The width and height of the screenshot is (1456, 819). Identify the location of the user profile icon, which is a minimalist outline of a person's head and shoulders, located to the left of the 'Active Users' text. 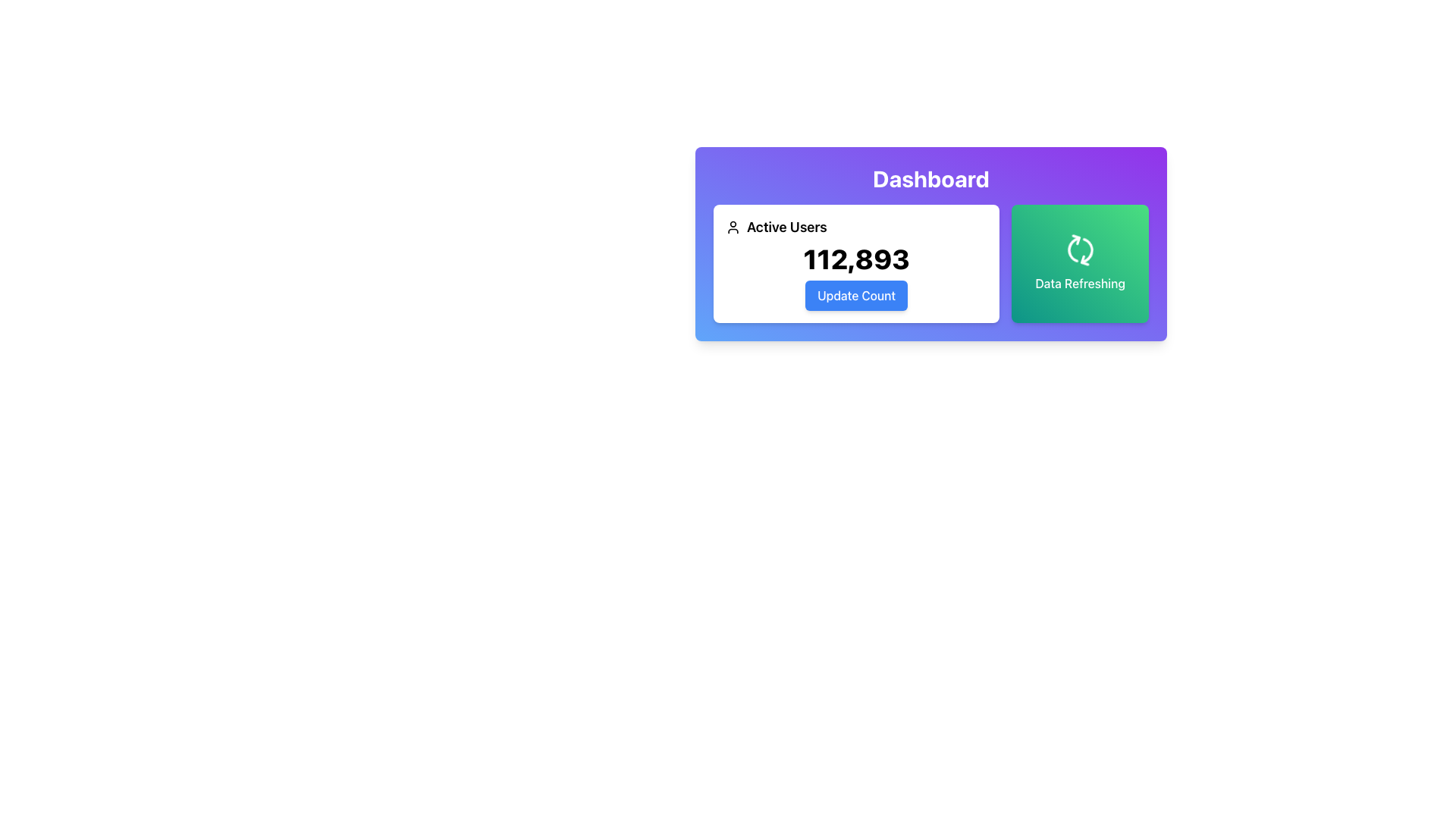
(733, 227).